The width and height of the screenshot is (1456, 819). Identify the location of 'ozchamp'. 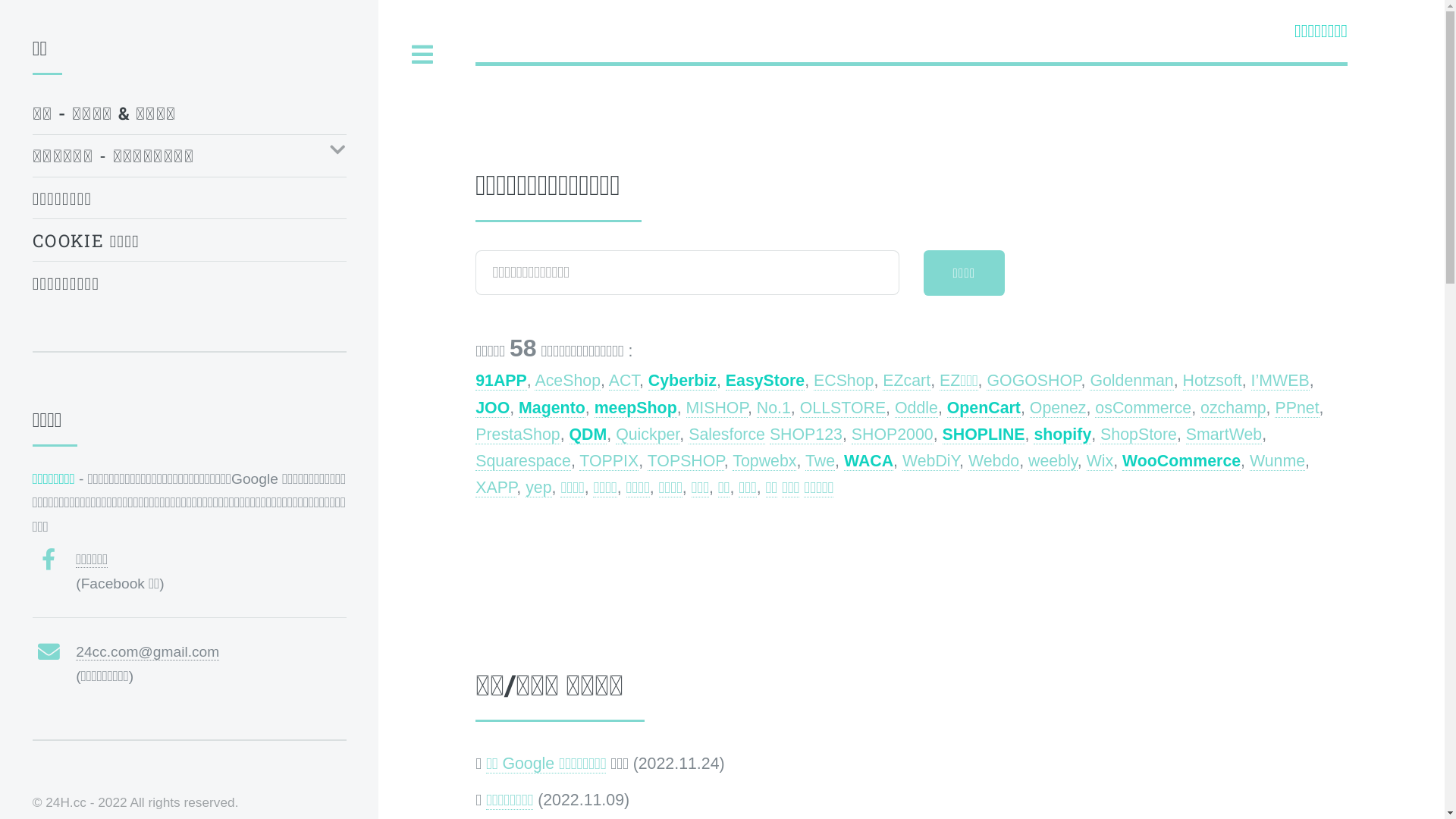
(1233, 407).